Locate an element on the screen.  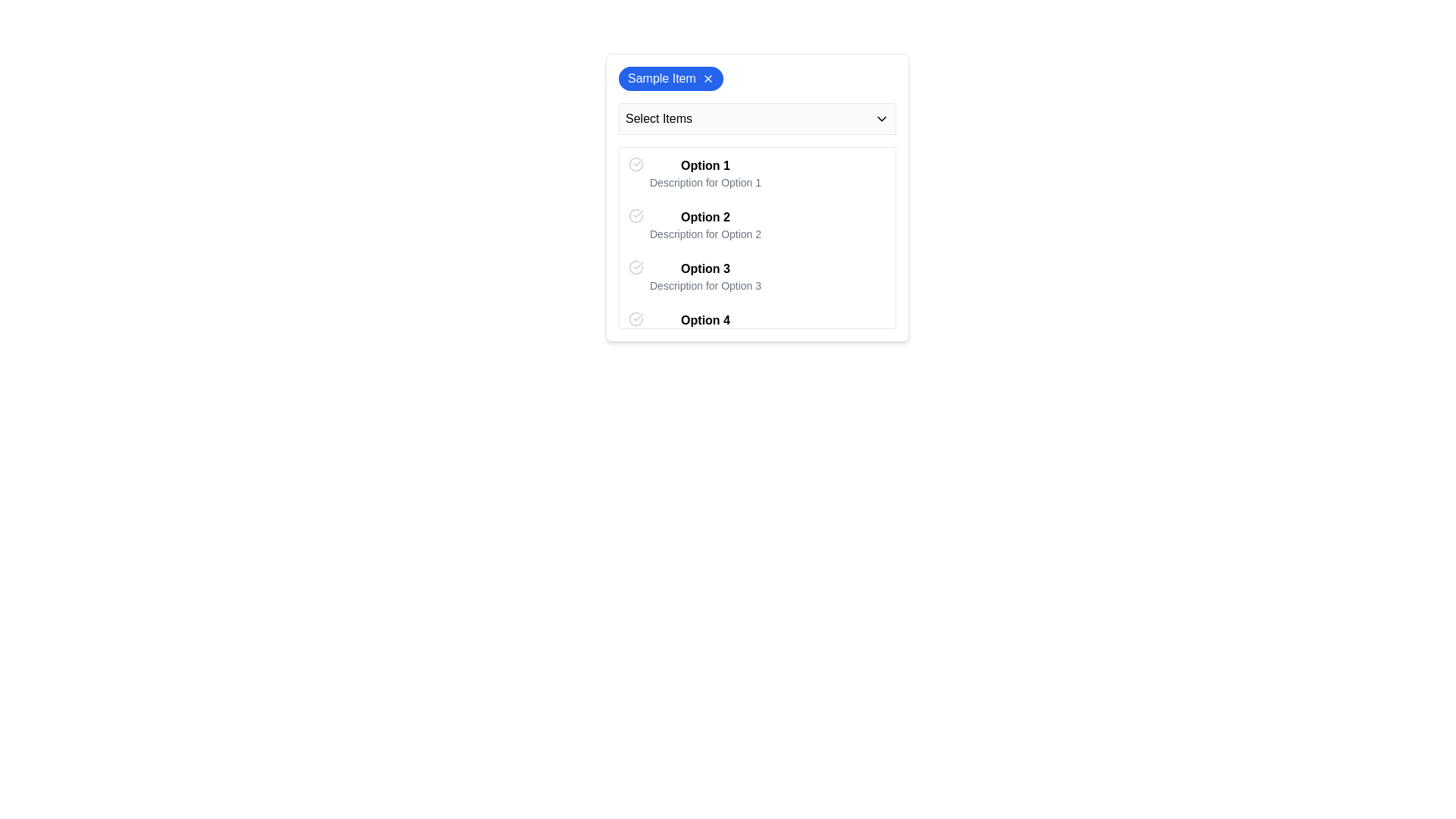
the selectable list item labeled 'Option 3' is located at coordinates (704, 277).